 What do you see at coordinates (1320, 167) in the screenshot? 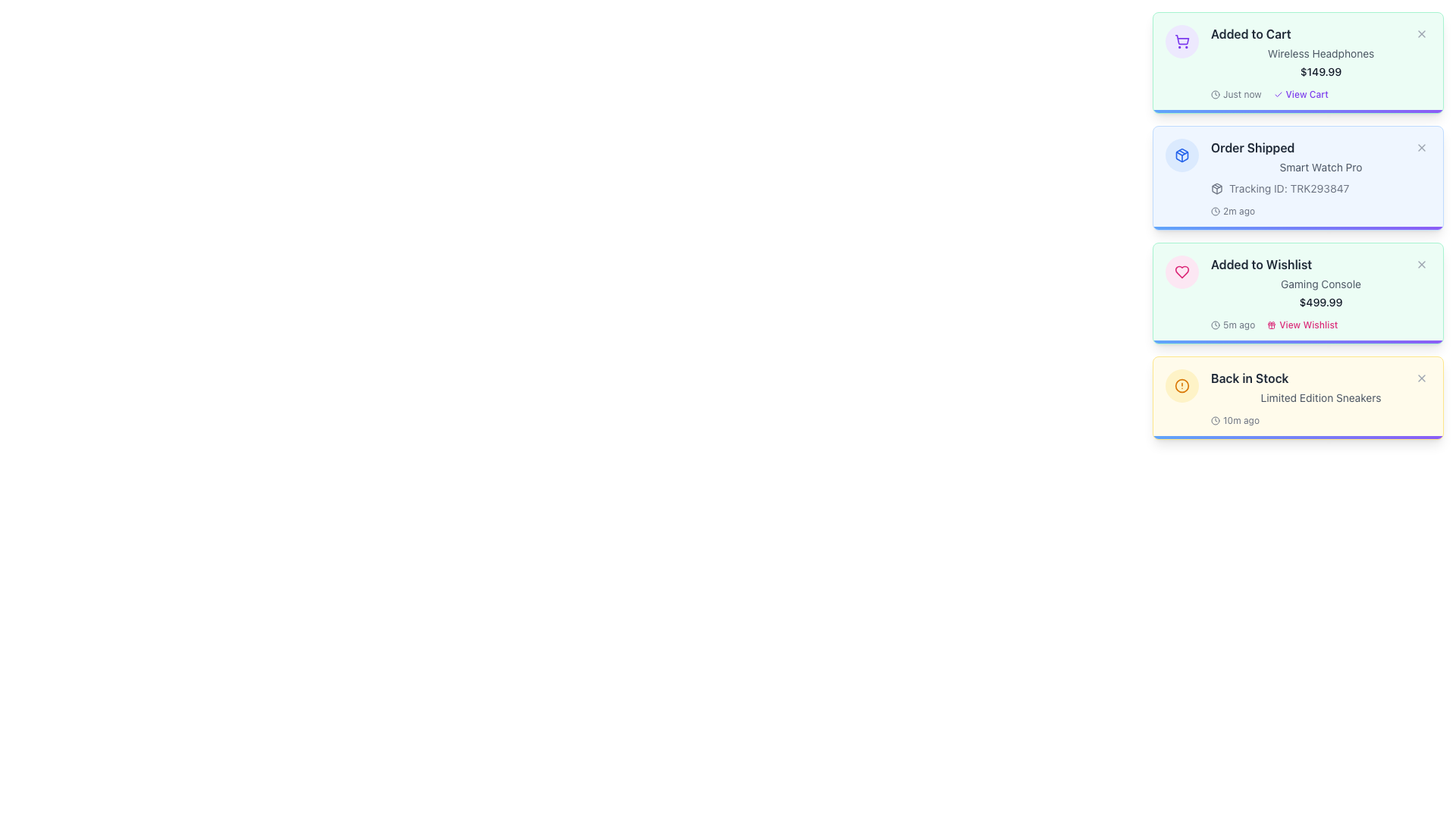
I see `the text label in the second notification card that describes the product related to the 'Order Shipped' status update, located below the title 'Order Shipped' and above the 'Tracking ID: TRK293847'` at bounding box center [1320, 167].